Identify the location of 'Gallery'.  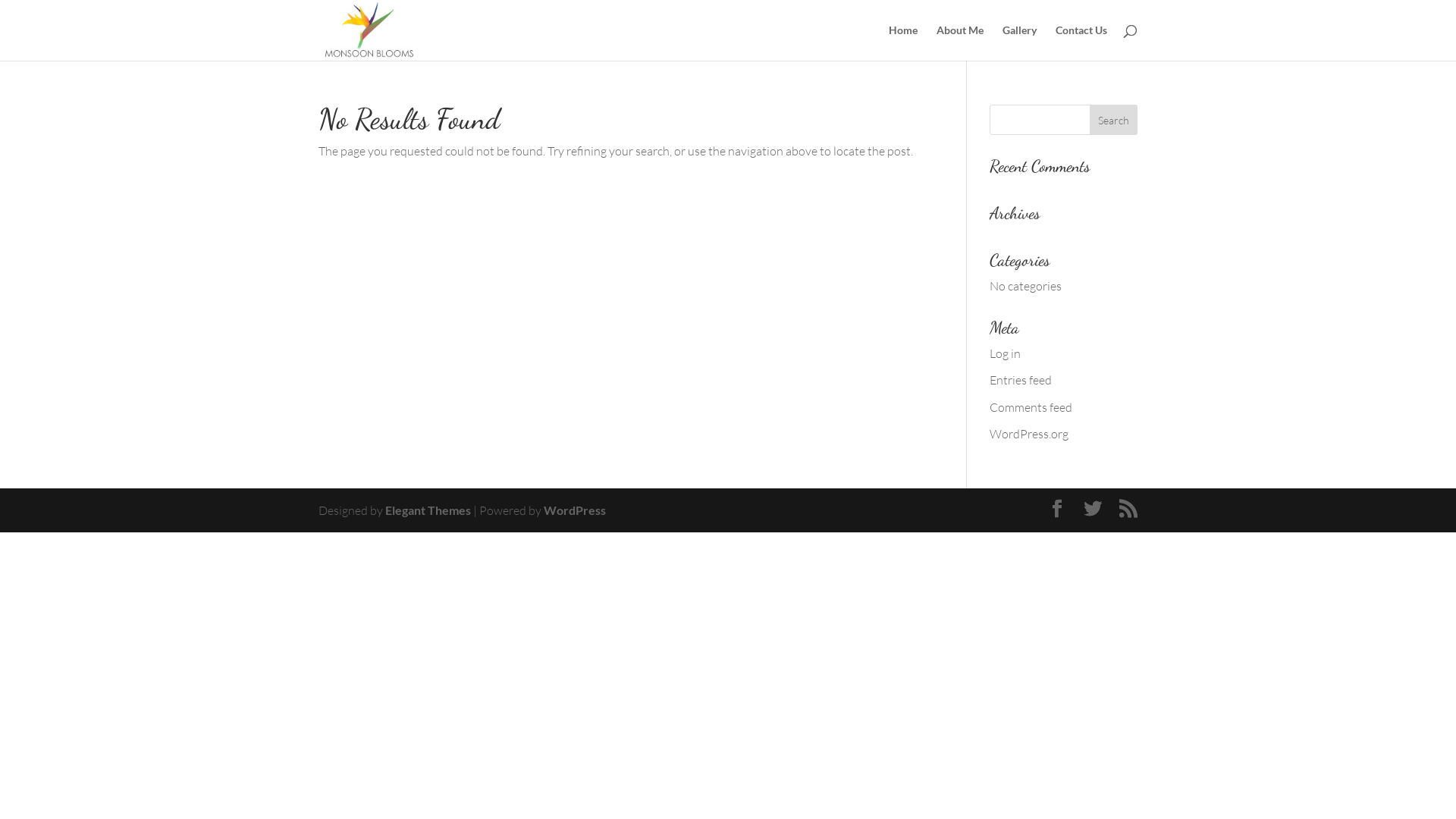
(1019, 42).